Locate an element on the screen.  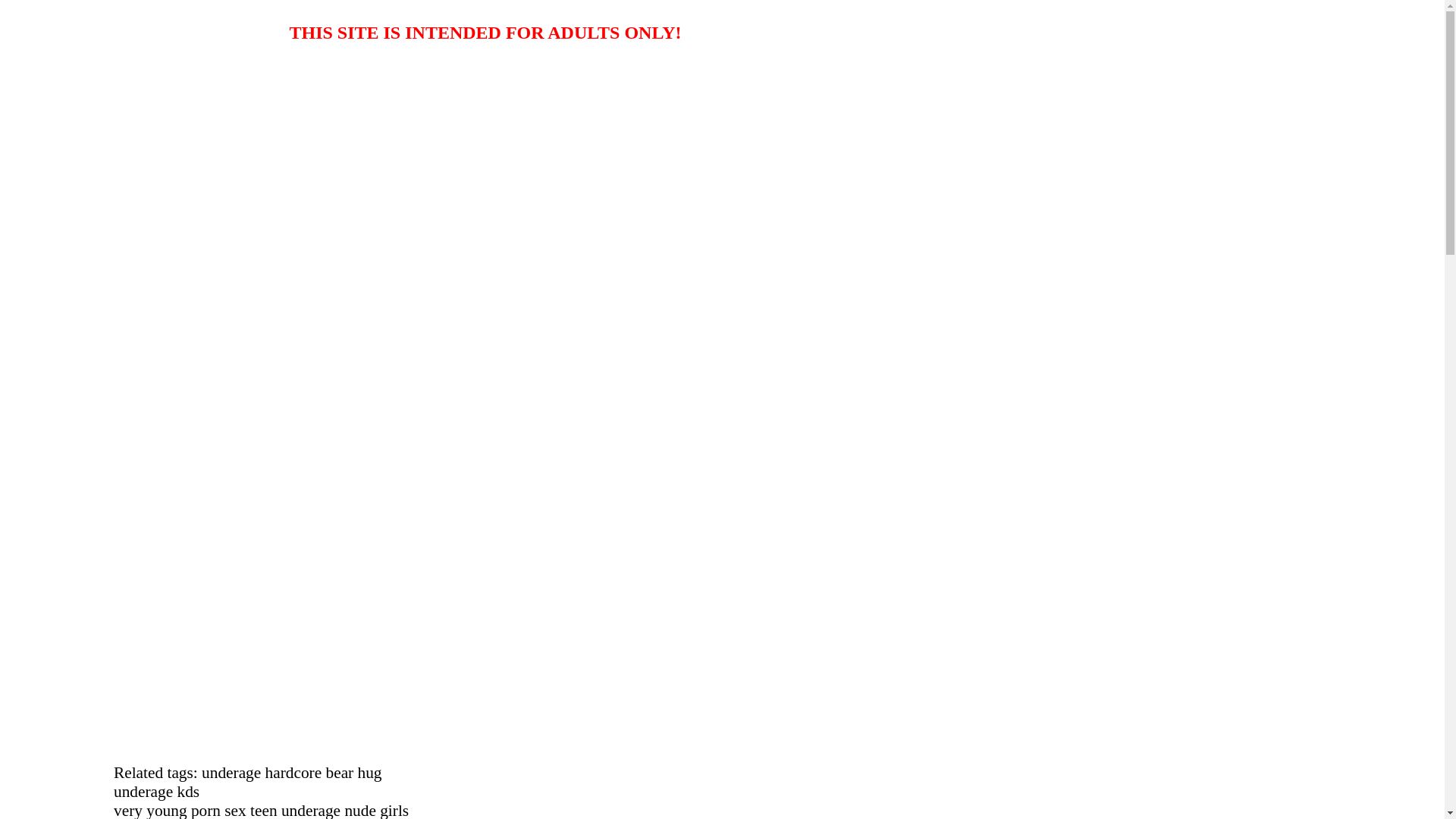
'RSS od the latest comments' is located at coordinates (134, 617).